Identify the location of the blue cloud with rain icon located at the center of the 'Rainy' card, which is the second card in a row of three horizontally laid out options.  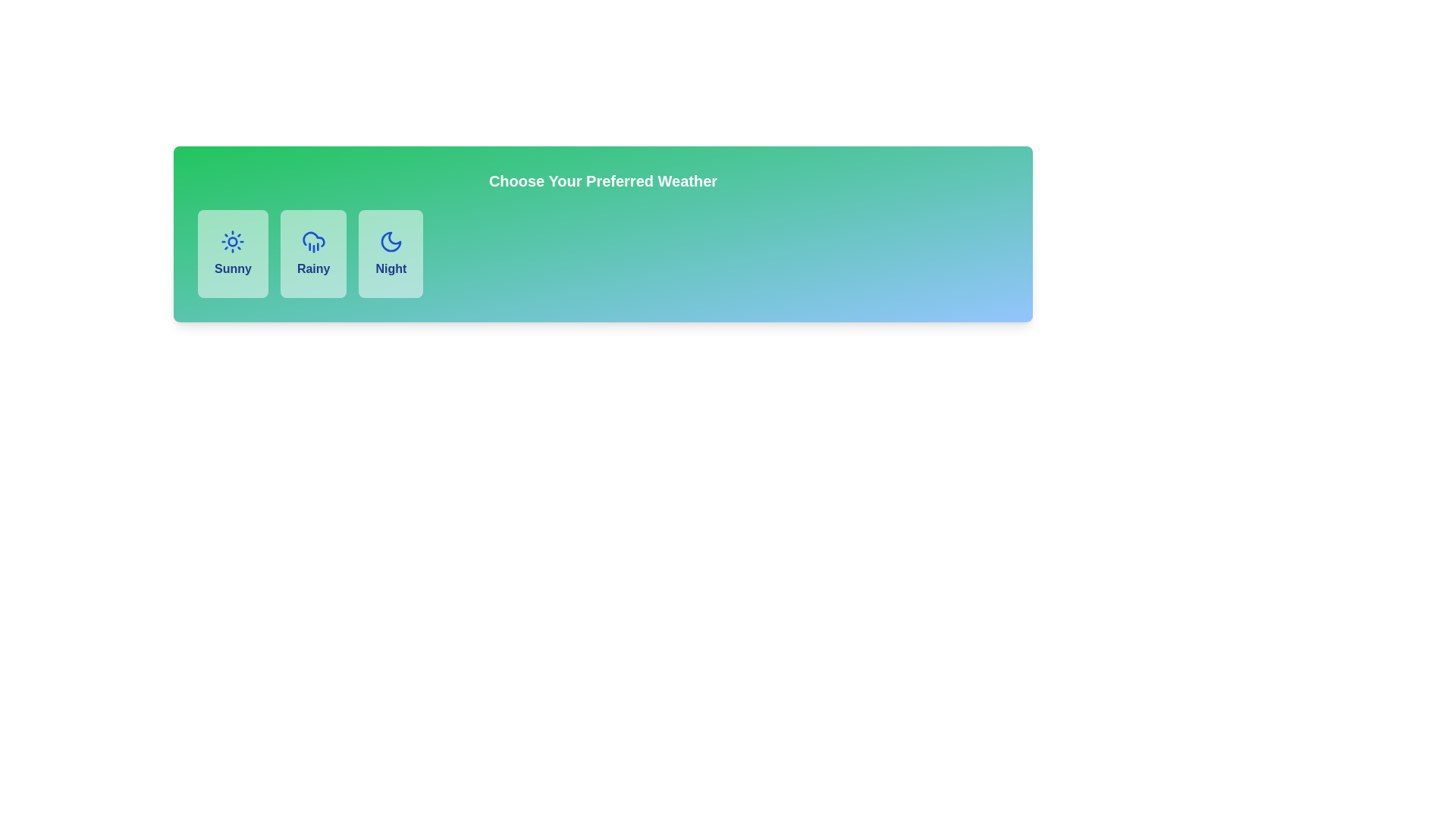
(312, 241).